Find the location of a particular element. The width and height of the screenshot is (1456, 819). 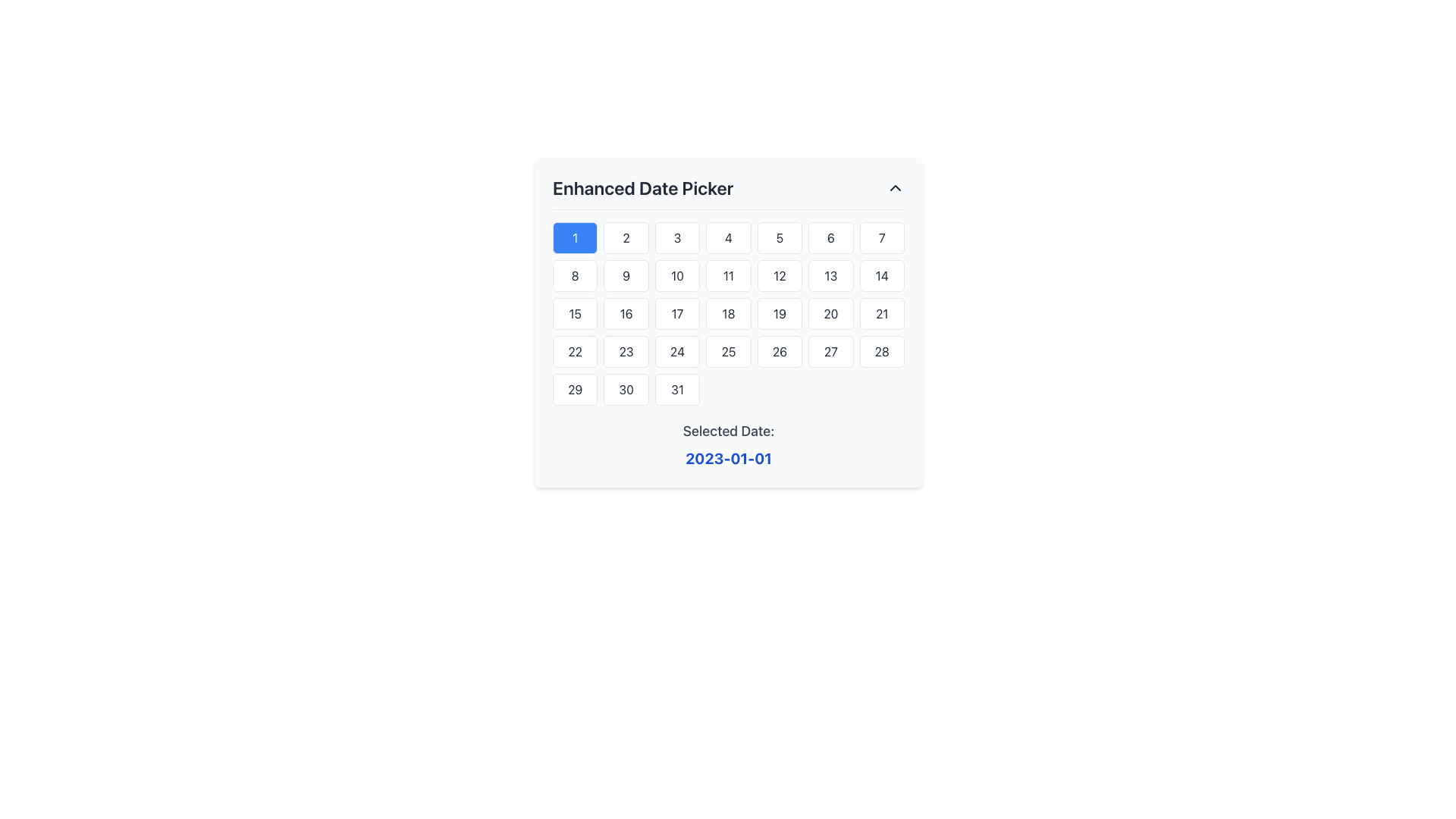

the button displaying the number '20' in the third row and sixth column of the date-picker grid is located at coordinates (830, 312).